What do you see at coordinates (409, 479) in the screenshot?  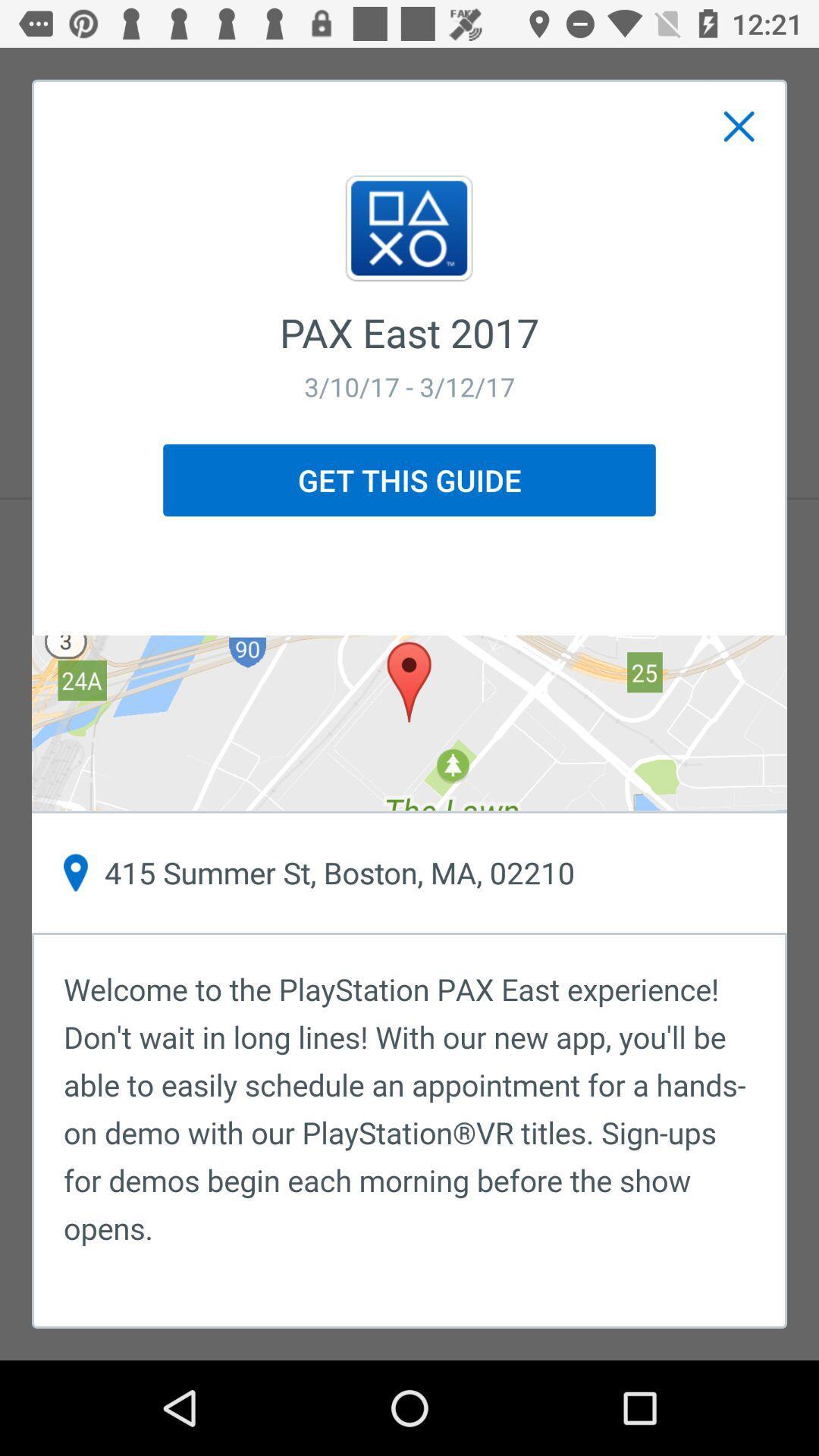 I see `icon below 3 10 17 icon` at bounding box center [409, 479].